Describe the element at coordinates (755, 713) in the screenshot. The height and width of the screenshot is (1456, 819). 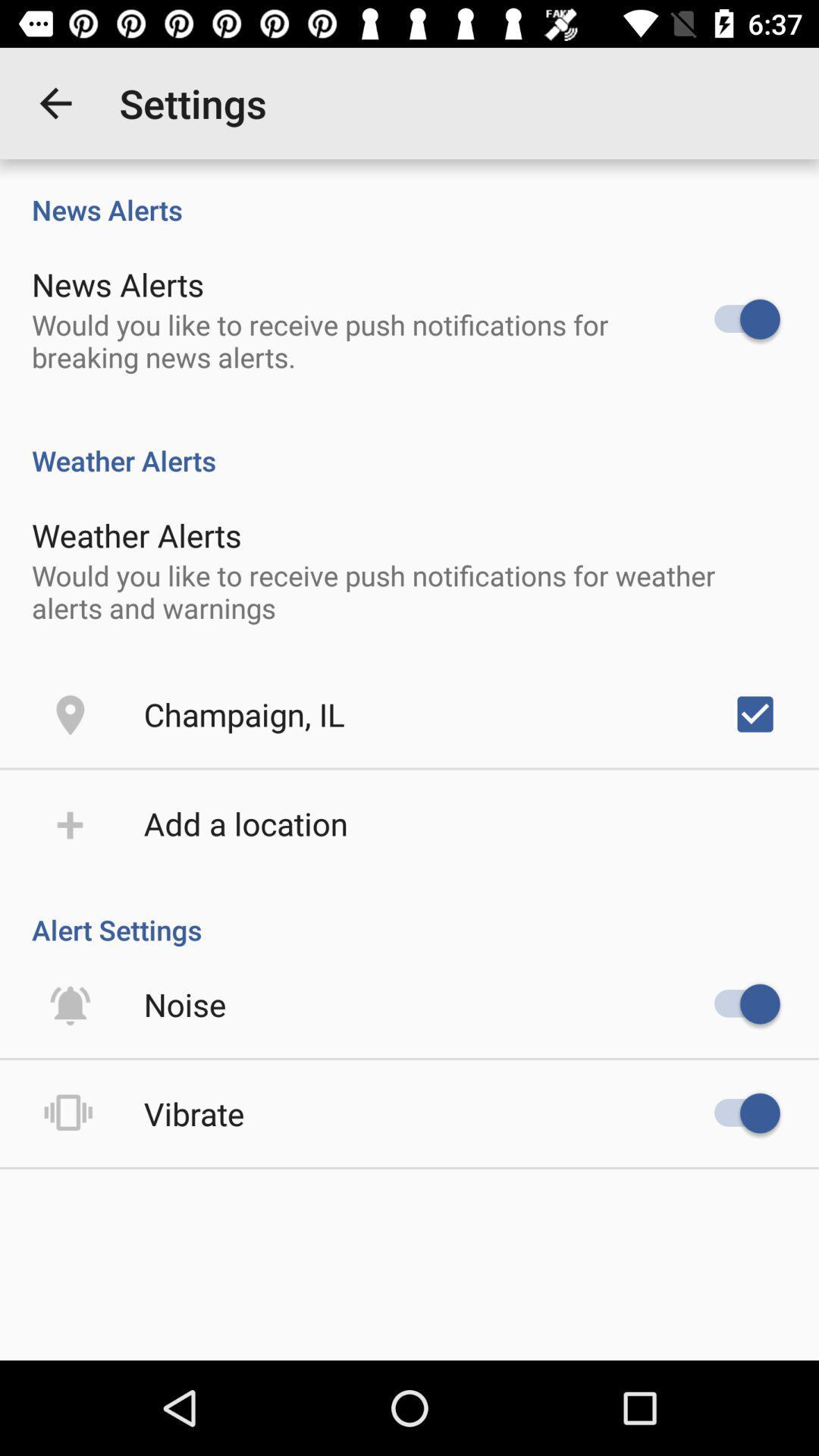
I see `the item on the right` at that location.